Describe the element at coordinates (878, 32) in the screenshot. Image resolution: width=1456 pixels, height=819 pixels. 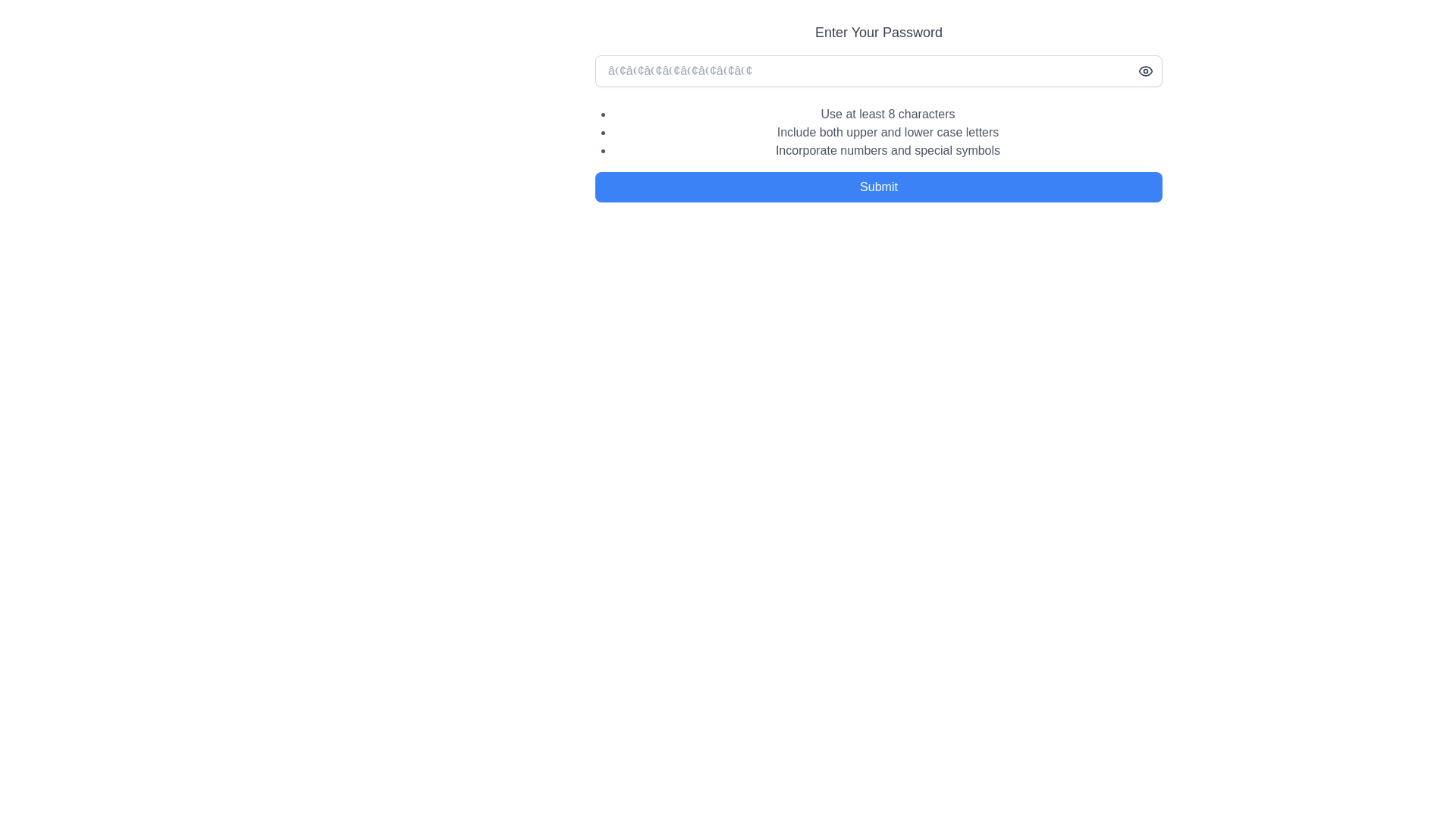
I see `the text label that says 'Enter Your Password', which is styled in a large, medium-weight gray font and located at the top of the password entry section` at that location.